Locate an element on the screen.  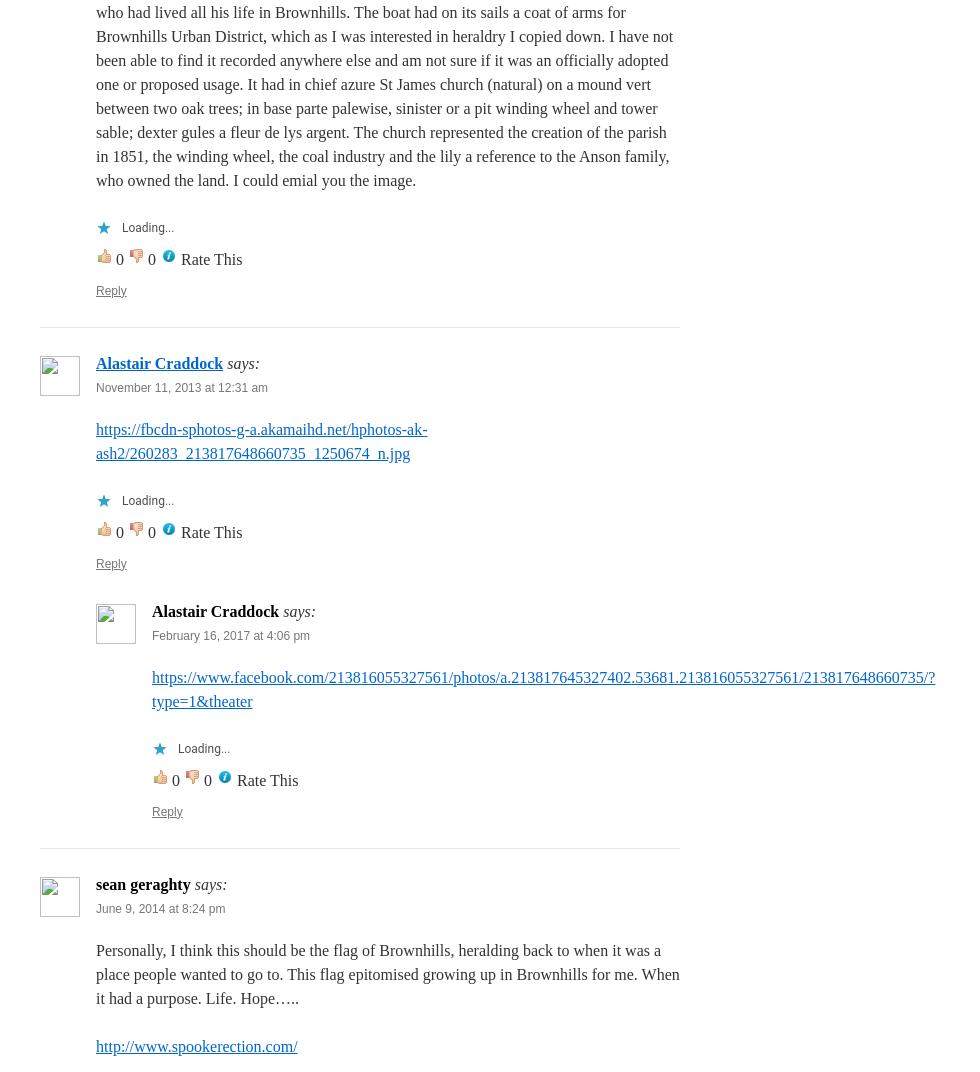
'https://www.facebook.com/213816055327561/photos/a.213817645327402.53681.213816055327561/213817648660735/?type=1&theater' is located at coordinates (151, 687).